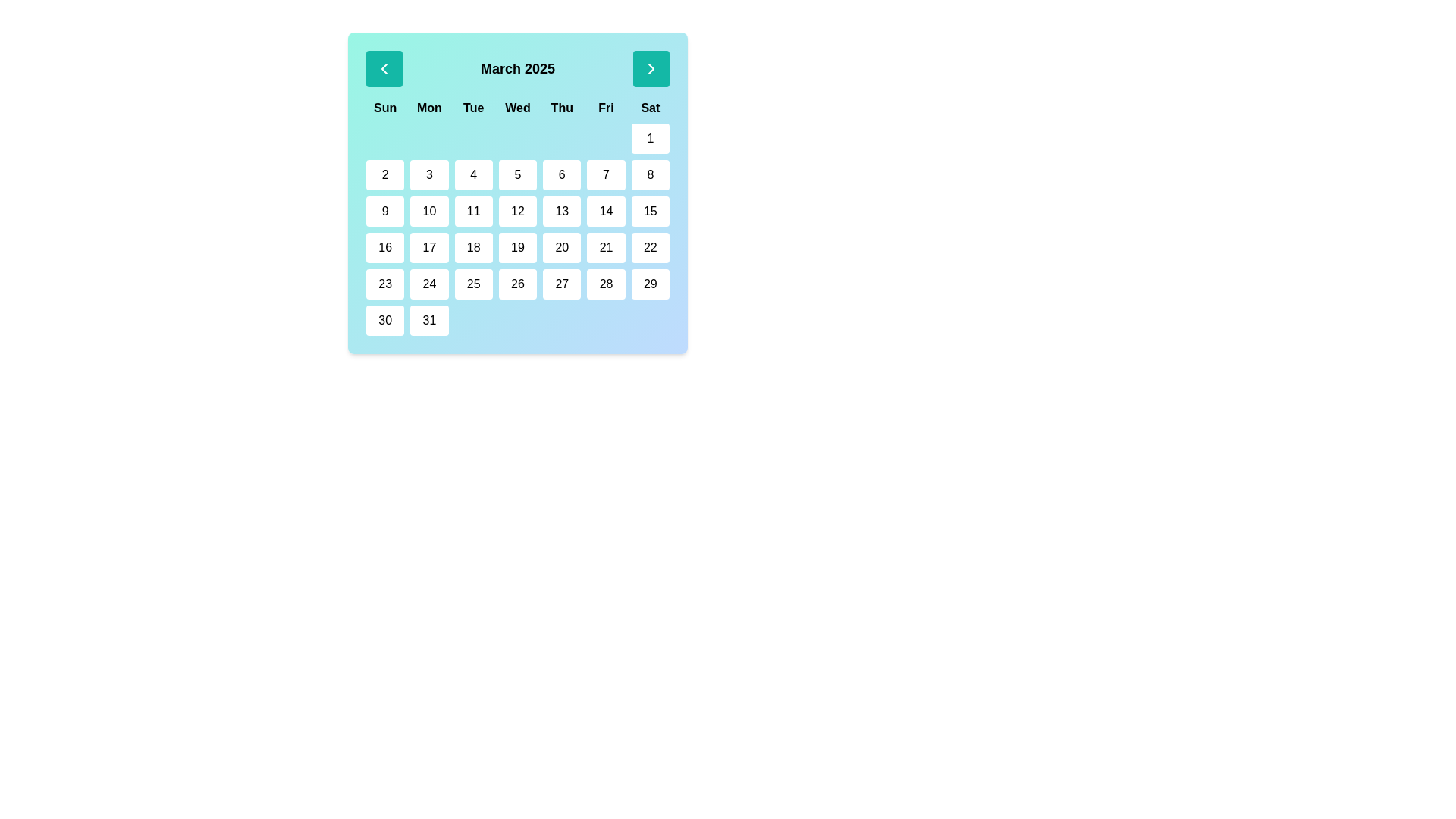 The height and width of the screenshot is (819, 1456). Describe the element at coordinates (472, 284) in the screenshot. I see `the rounded rectangular button displaying the number 25, located in the bottom-right quadrant of the calendar component, to change its background color to teal` at that location.